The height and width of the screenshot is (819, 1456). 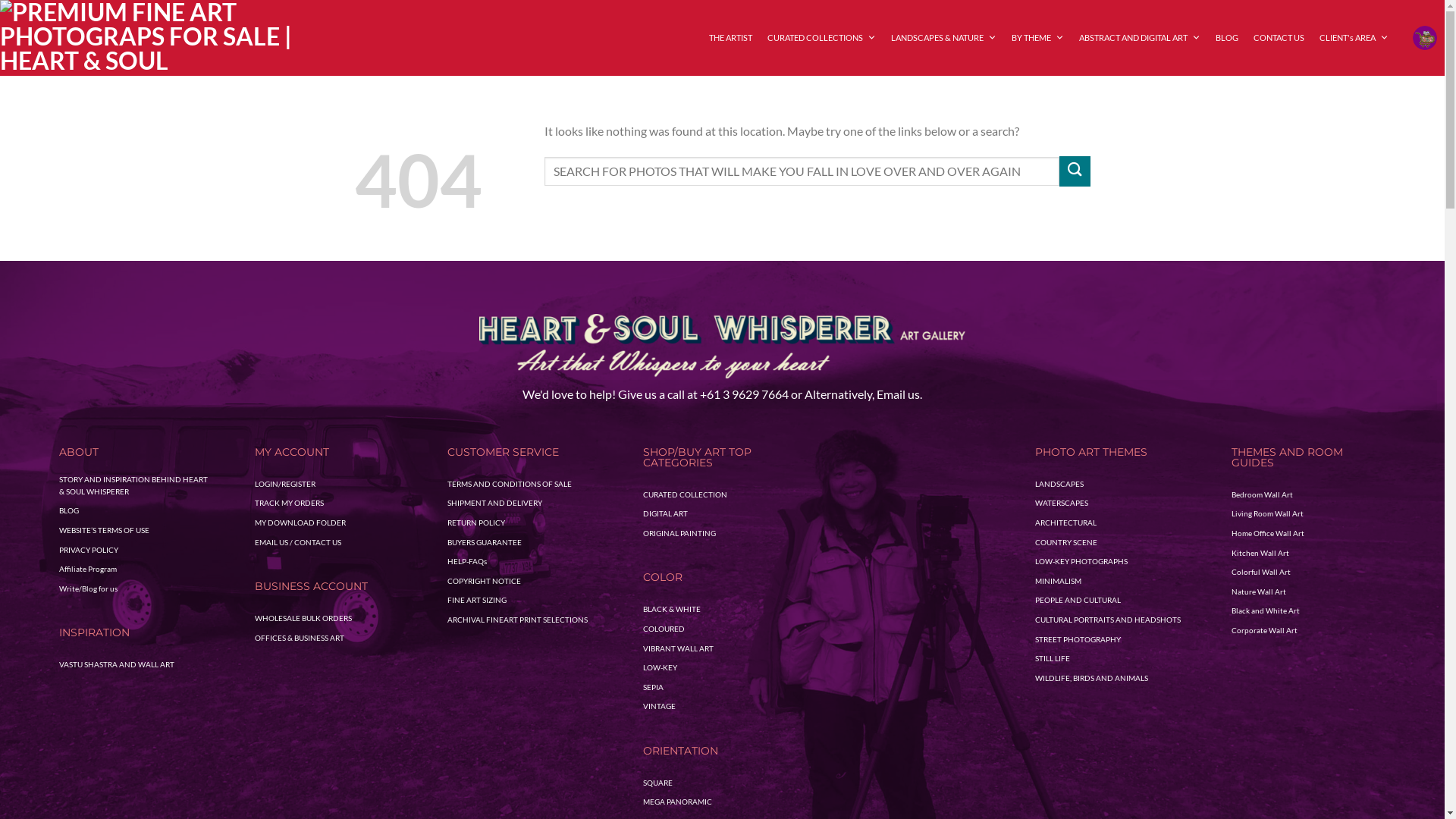 I want to click on 'LANDSCAPES', so click(x=1058, y=483).